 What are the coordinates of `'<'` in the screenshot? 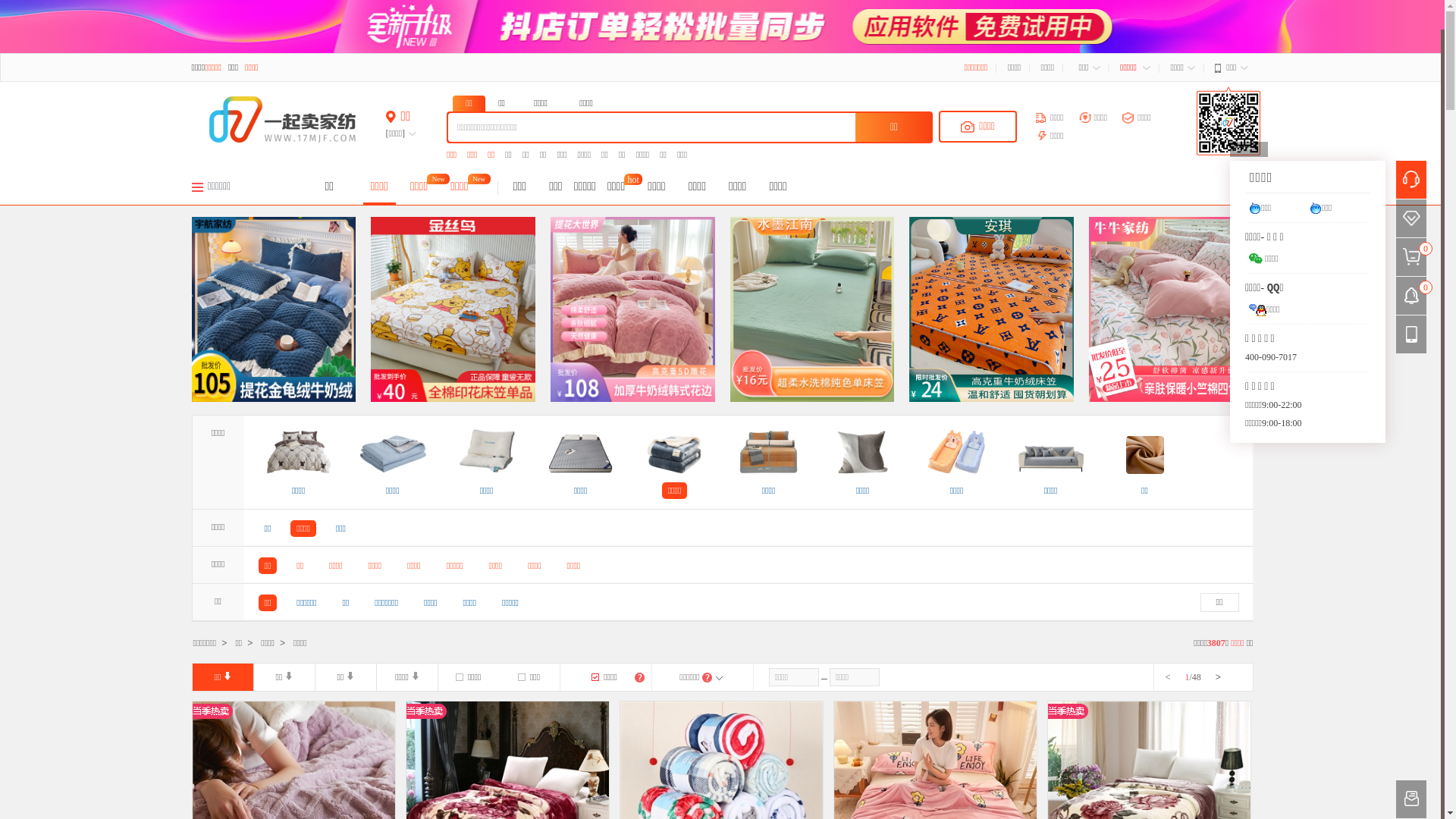 It's located at (1153, 677).